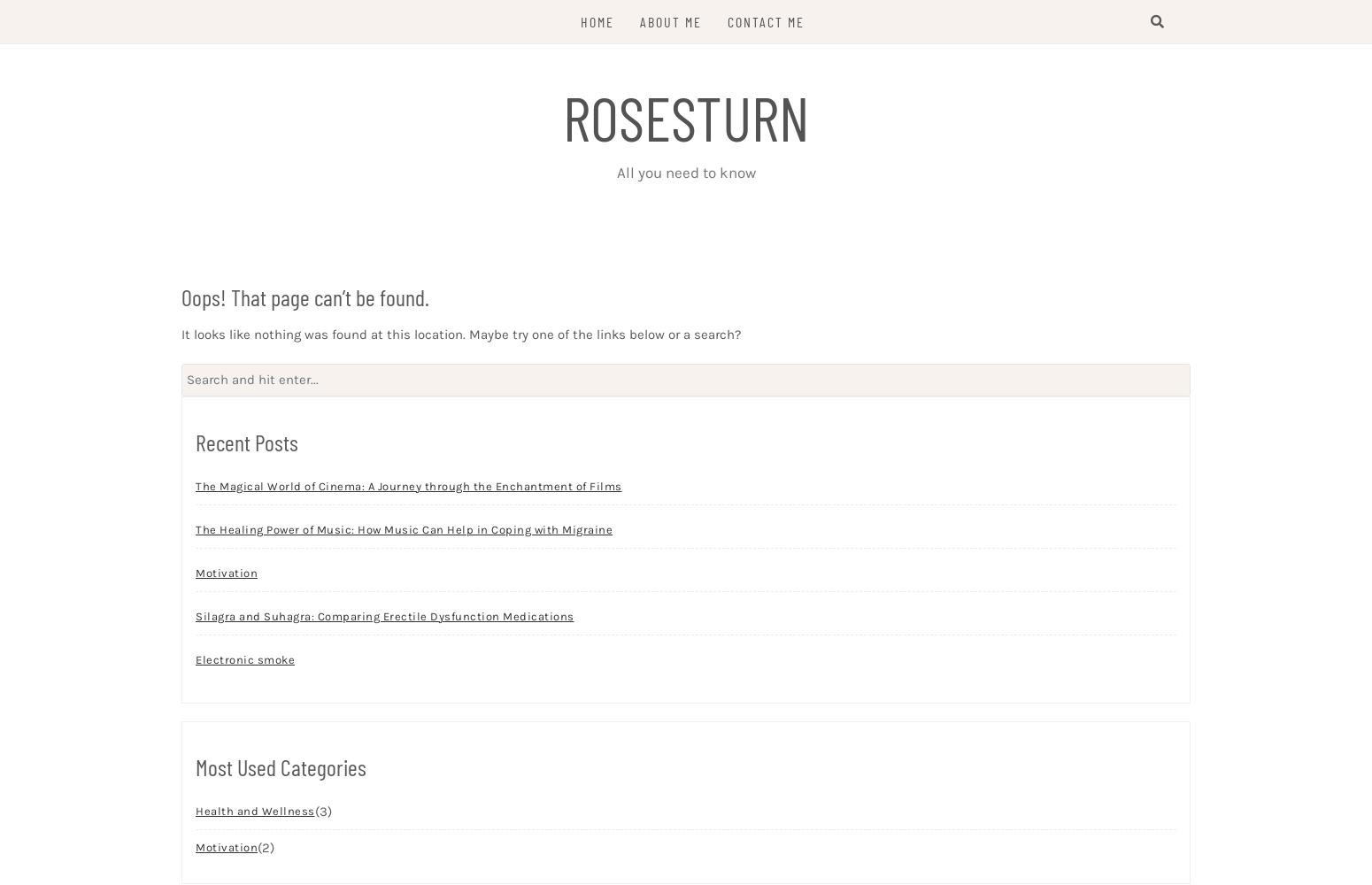 The width and height of the screenshot is (1372, 885). Describe the element at coordinates (685, 117) in the screenshot. I see `'RosesTurn'` at that location.